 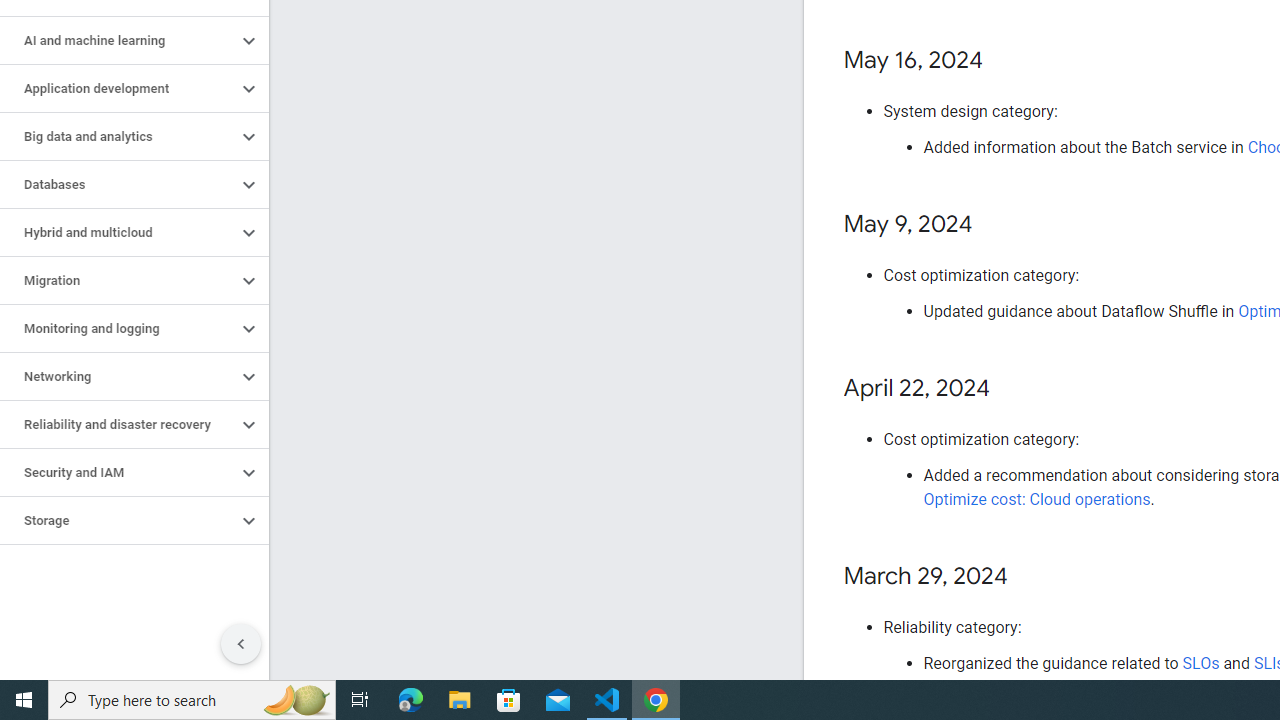 What do you see at coordinates (117, 424) in the screenshot?
I see `'Reliability and disaster recovery'` at bounding box center [117, 424].